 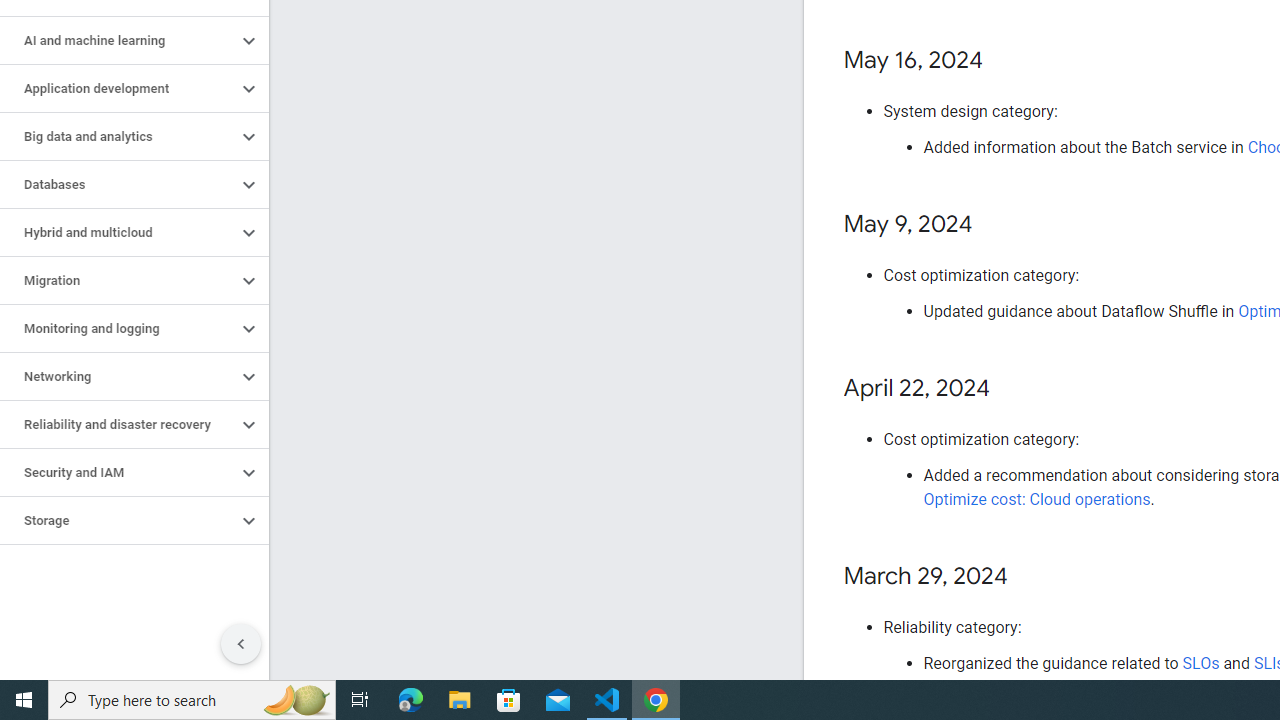 What do you see at coordinates (117, 424) in the screenshot?
I see `'Reliability and disaster recovery'` at bounding box center [117, 424].